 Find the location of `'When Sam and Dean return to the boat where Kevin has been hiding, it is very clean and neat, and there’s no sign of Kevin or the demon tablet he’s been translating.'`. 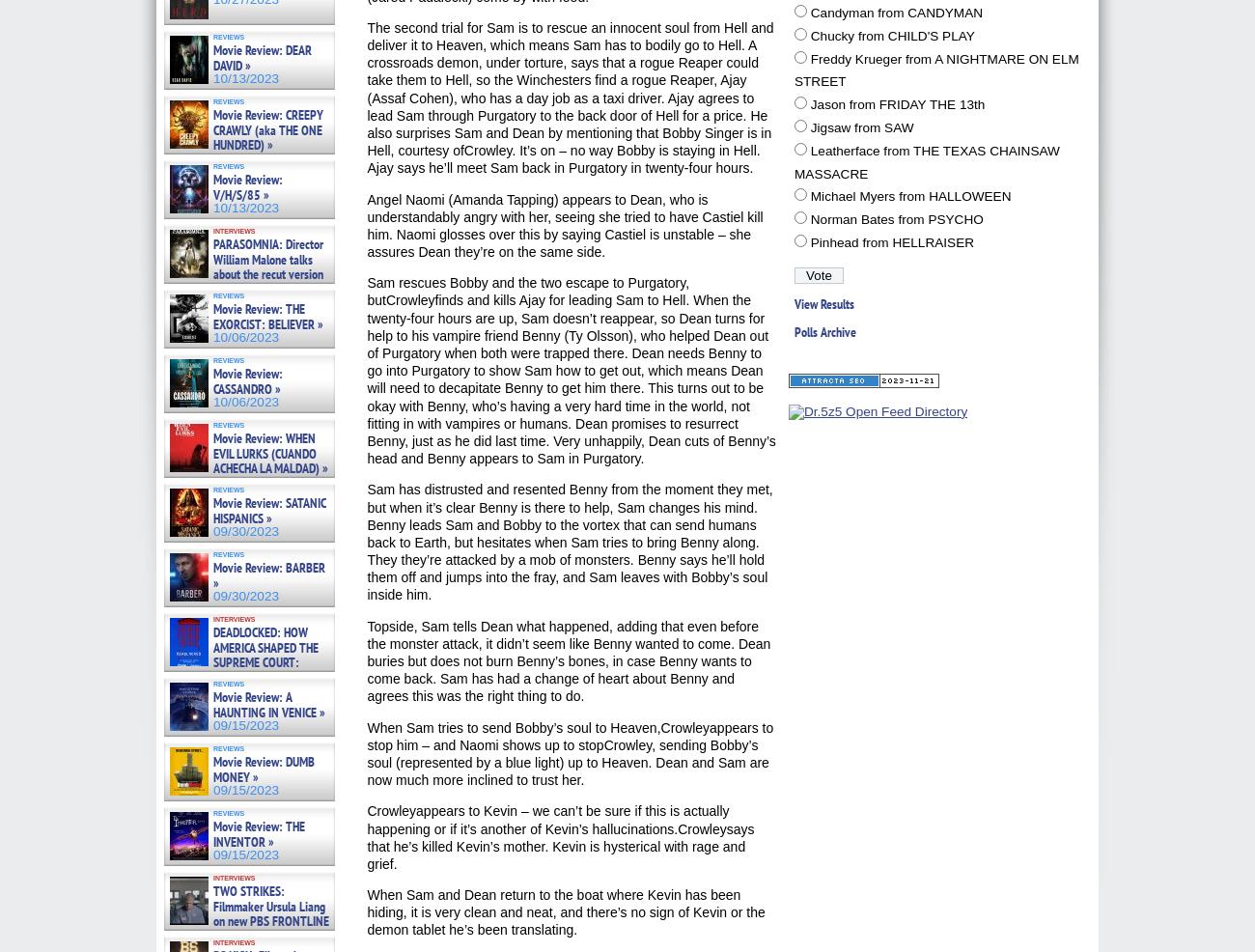

'When Sam and Dean return to the boat where Kevin has been hiding, it is very clean and neat, and there’s no sign of Kevin or the demon tablet he’s been translating.' is located at coordinates (565, 911).